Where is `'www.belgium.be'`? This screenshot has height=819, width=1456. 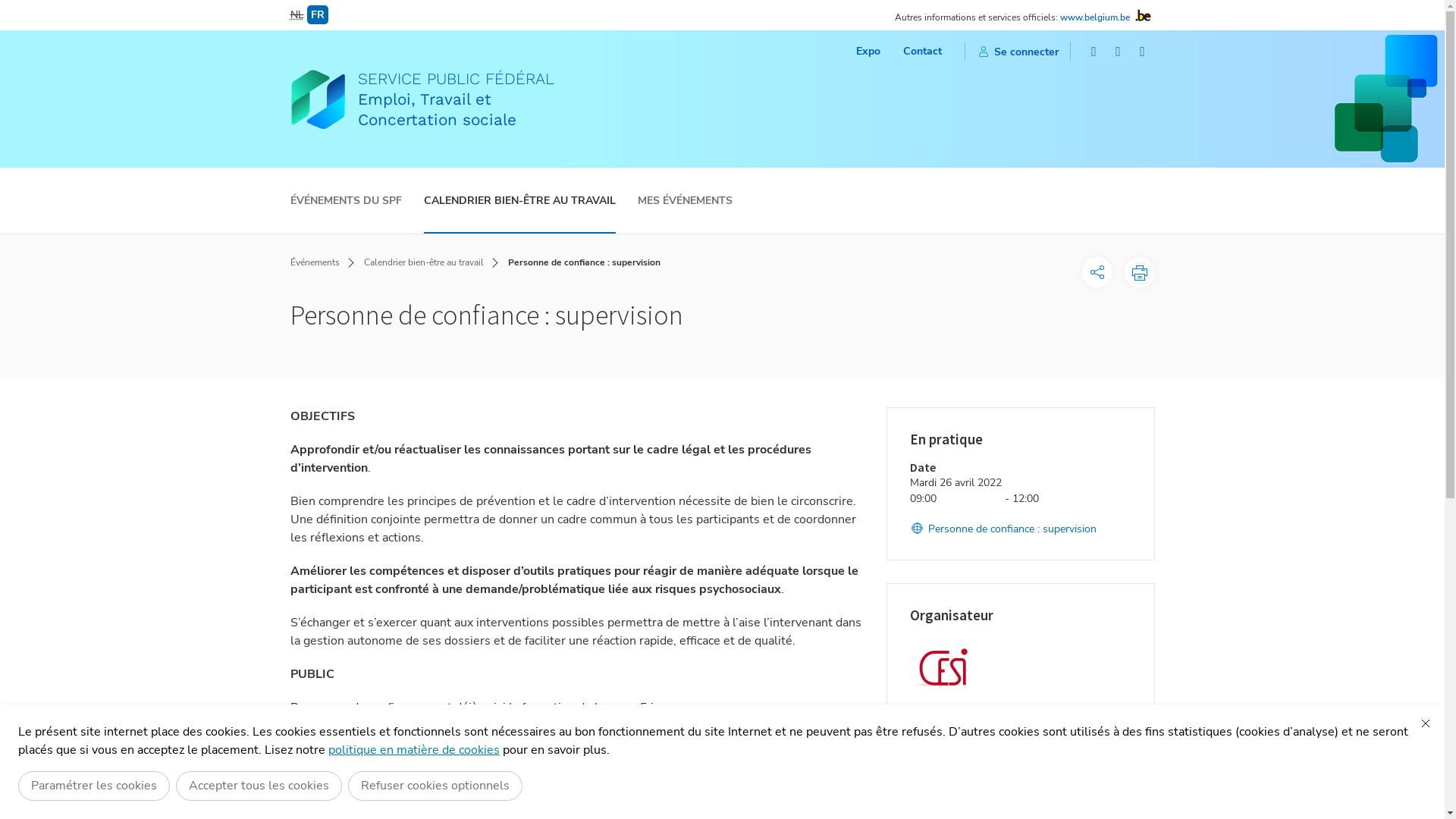
'www.belgium.be' is located at coordinates (1095, 17).